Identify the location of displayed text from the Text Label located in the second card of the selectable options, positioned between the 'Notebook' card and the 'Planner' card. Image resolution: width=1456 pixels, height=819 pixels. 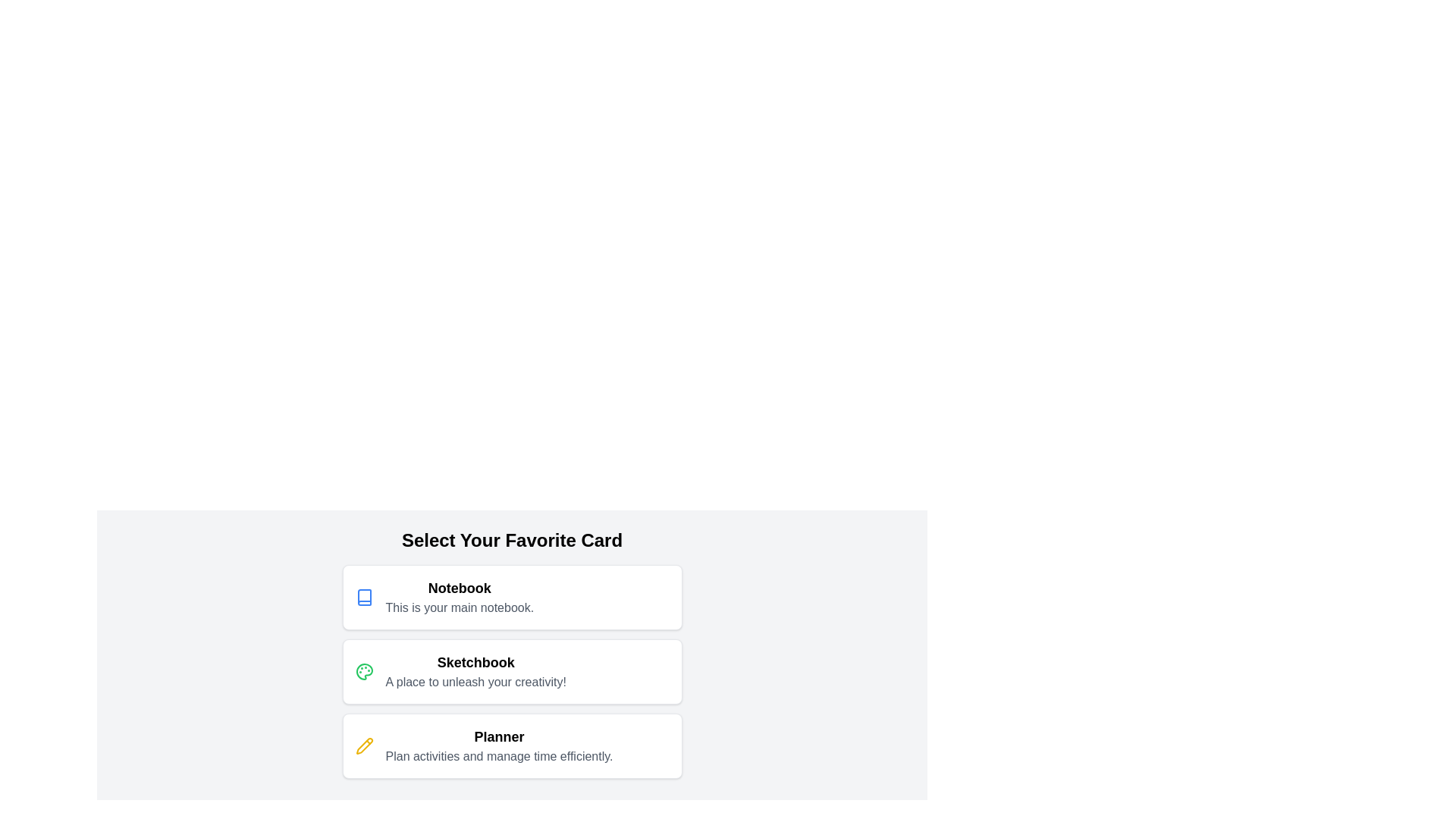
(475, 671).